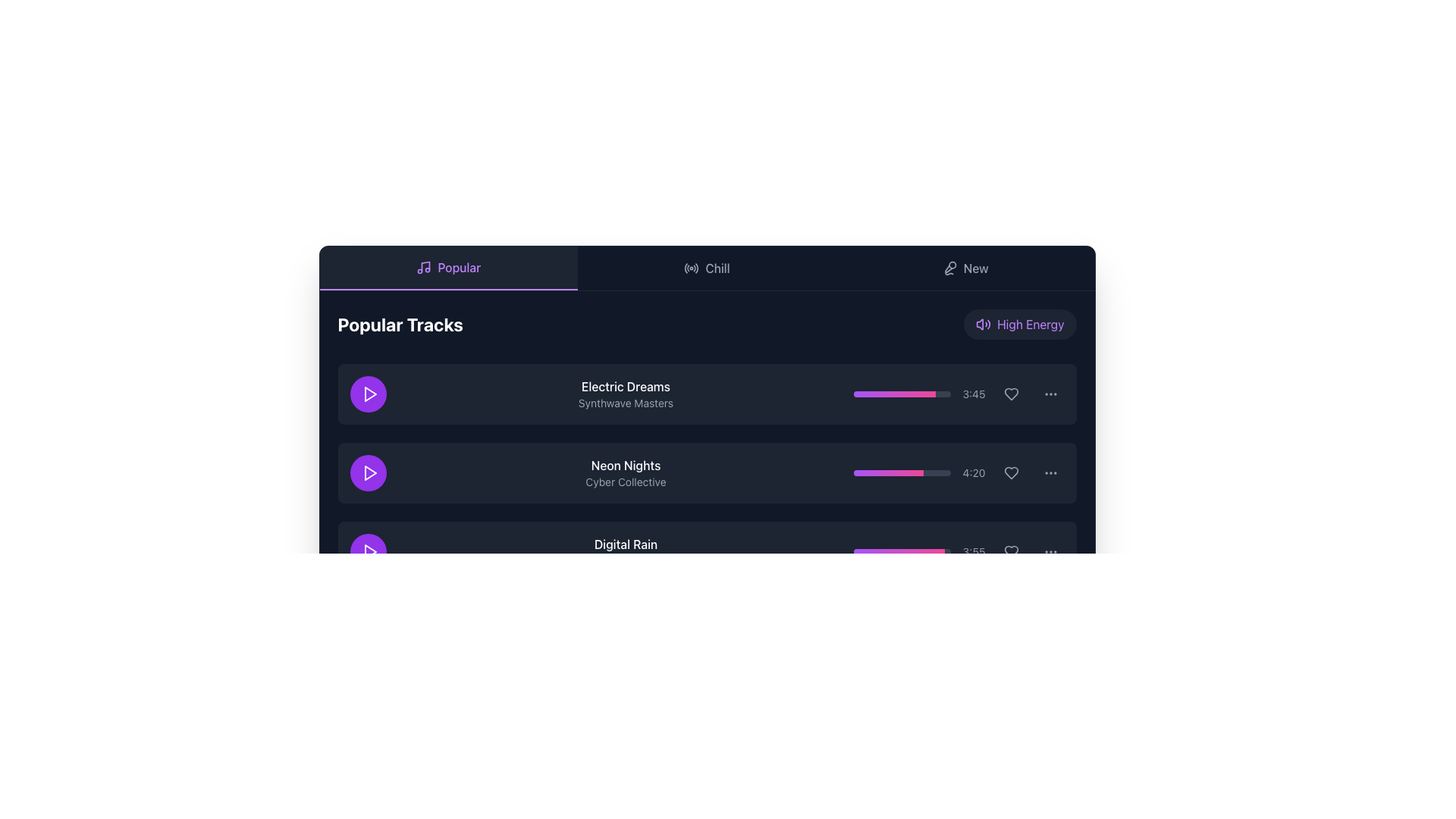  Describe the element at coordinates (368, 394) in the screenshot. I see `the leftmost play button for the music track 'Electric Dreams' to initiate playback` at that location.